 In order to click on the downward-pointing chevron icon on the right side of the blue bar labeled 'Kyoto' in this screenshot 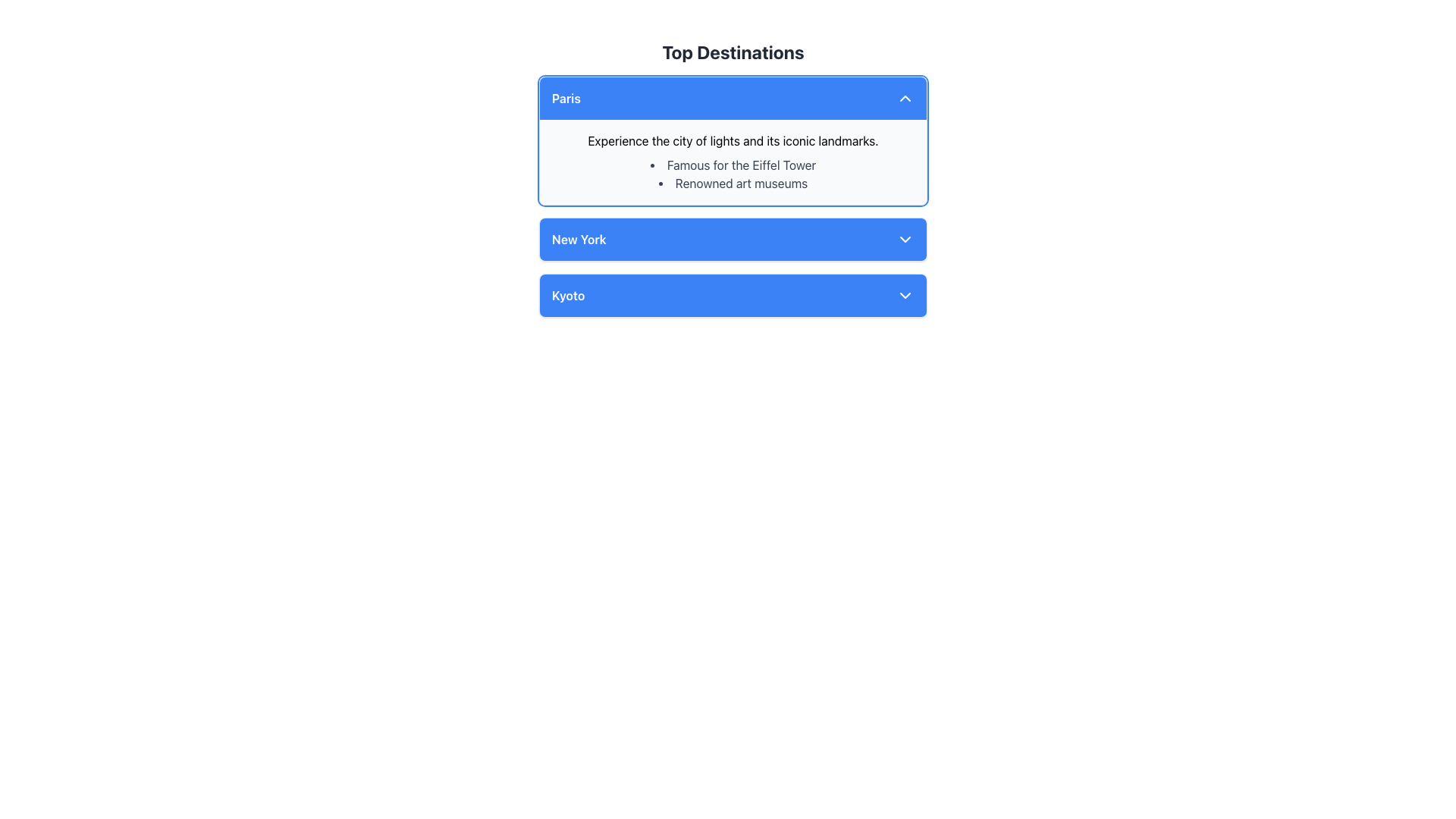, I will do `click(905, 295)`.